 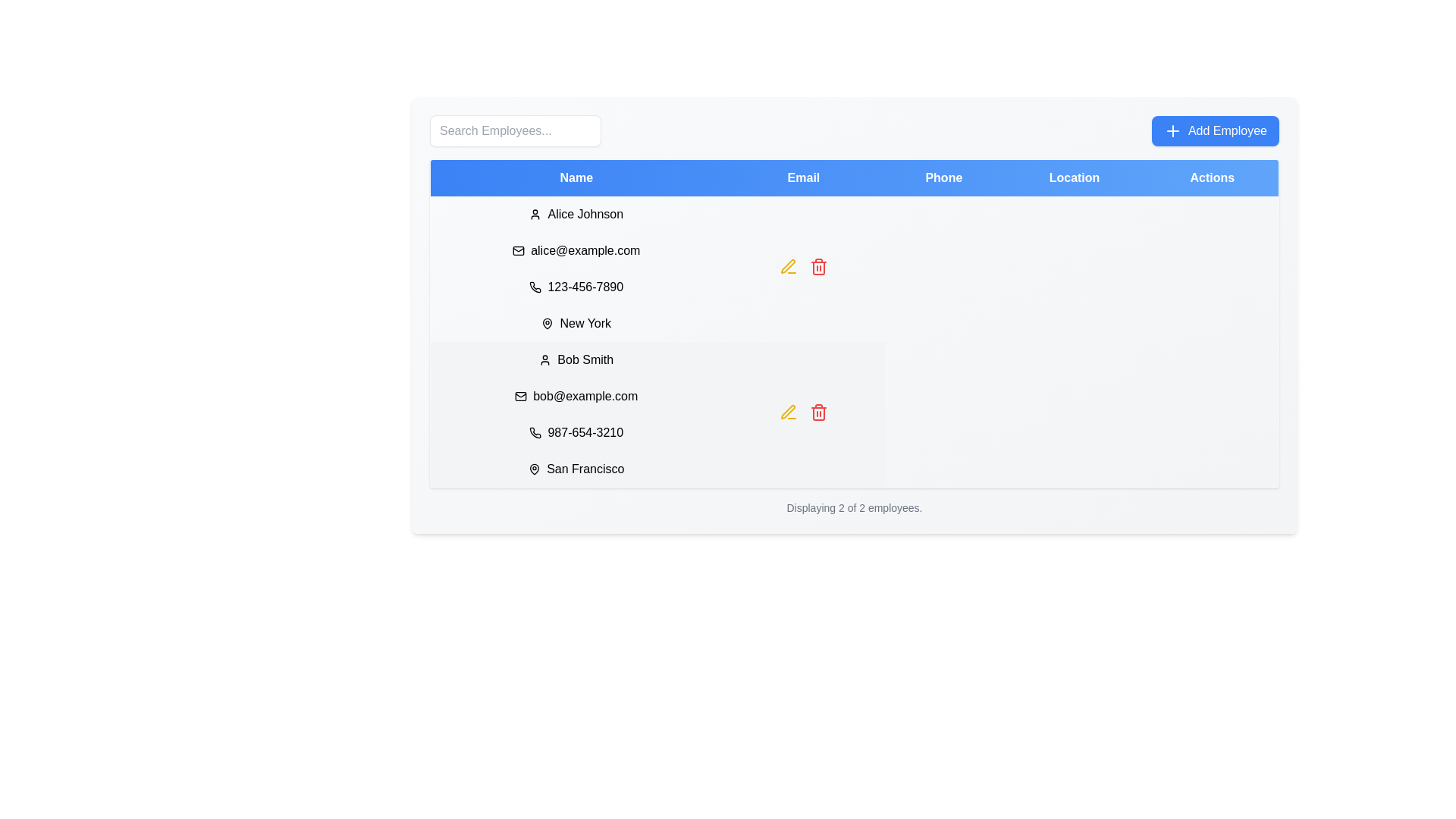 What do you see at coordinates (521, 396) in the screenshot?
I see `the email address associated with the email icon located next to 'bob@example.com'` at bounding box center [521, 396].